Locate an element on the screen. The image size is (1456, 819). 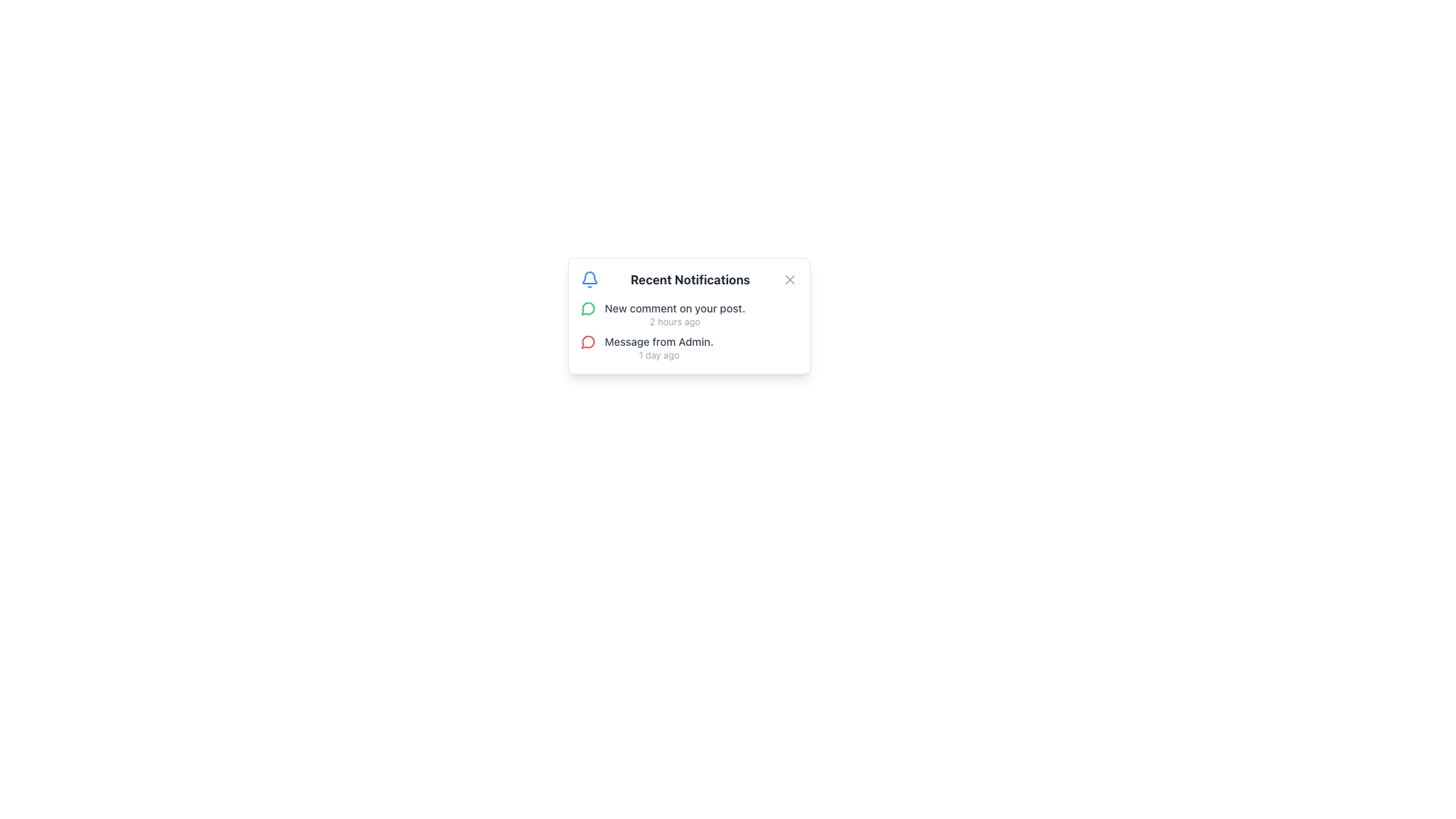
the message/comment notification icon located within the second notification item of the notification card interface is located at coordinates (587, 308).